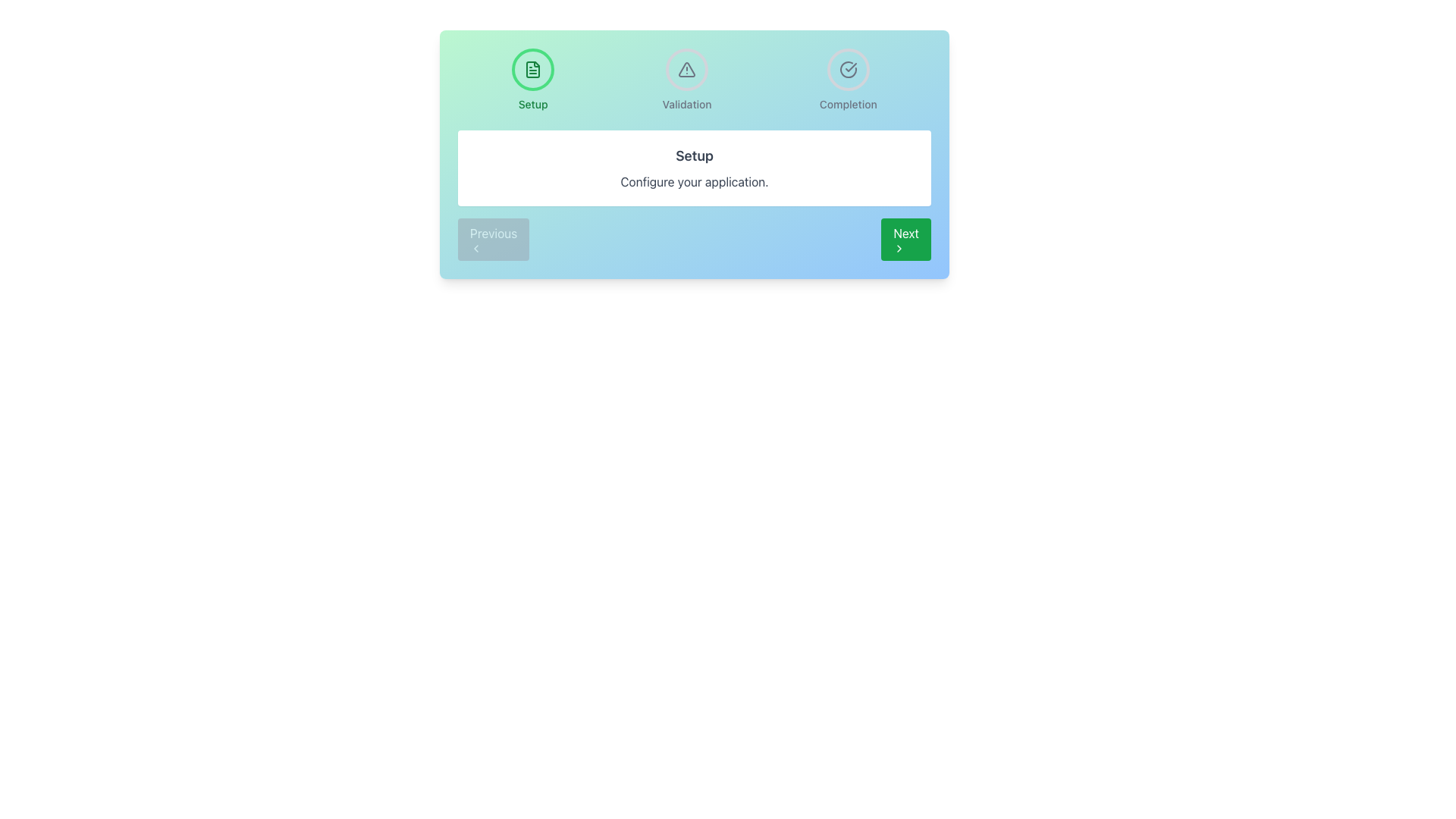 The height and width of the screenshot is (819, 1456). What do you see at coordinates (533, 70) in the screenshot?
I see `the Static icon element, which is a circular icon with a green border and a central minimal line art file symbol, located in the 'Setup' area as the first icon among three step indicators` at bounding box center [533, 70].